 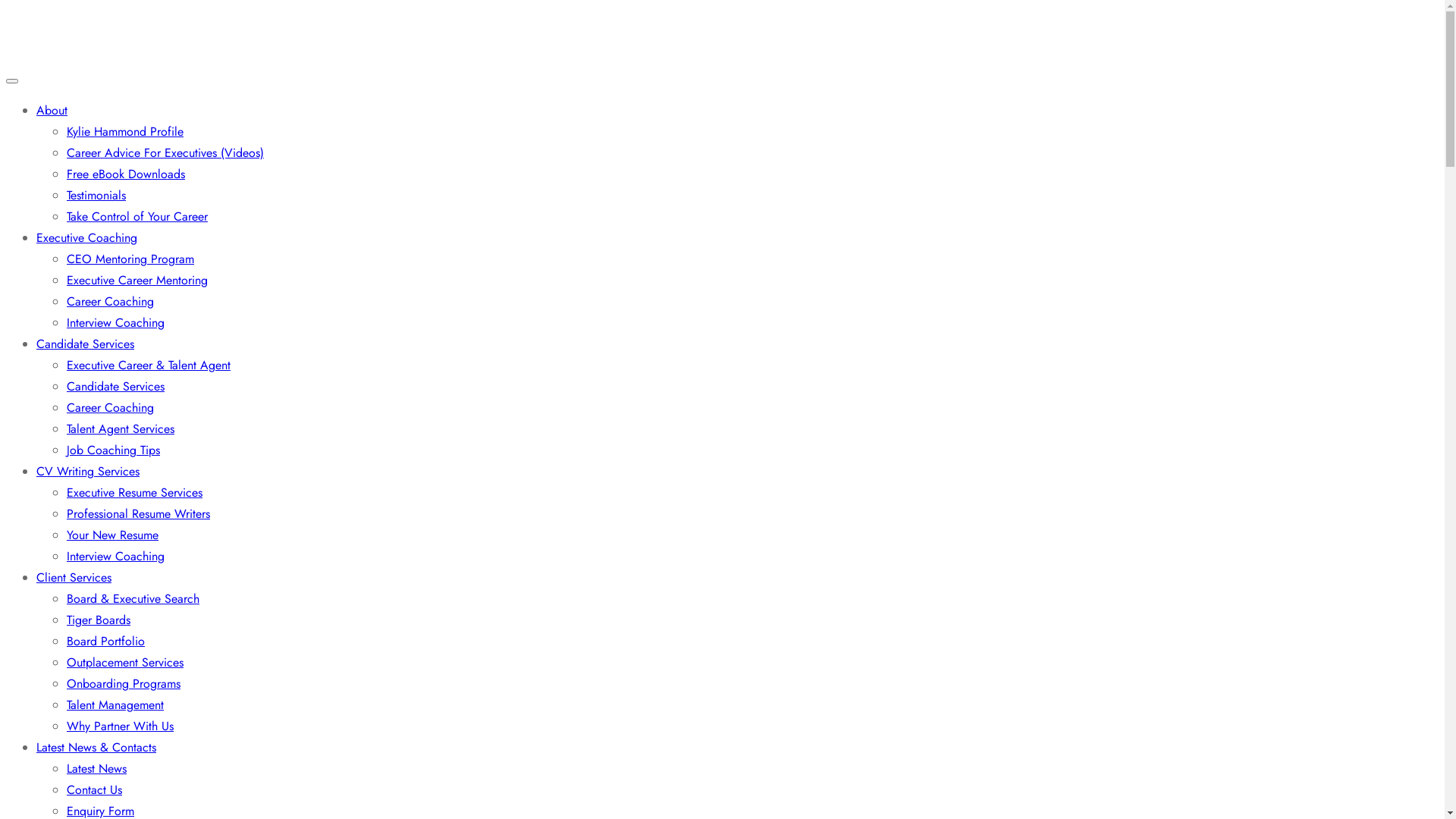 What do you see at coordinates (73, 577) in the screenshot?
I see `'Client Services'` at bounding box center [73, 577].